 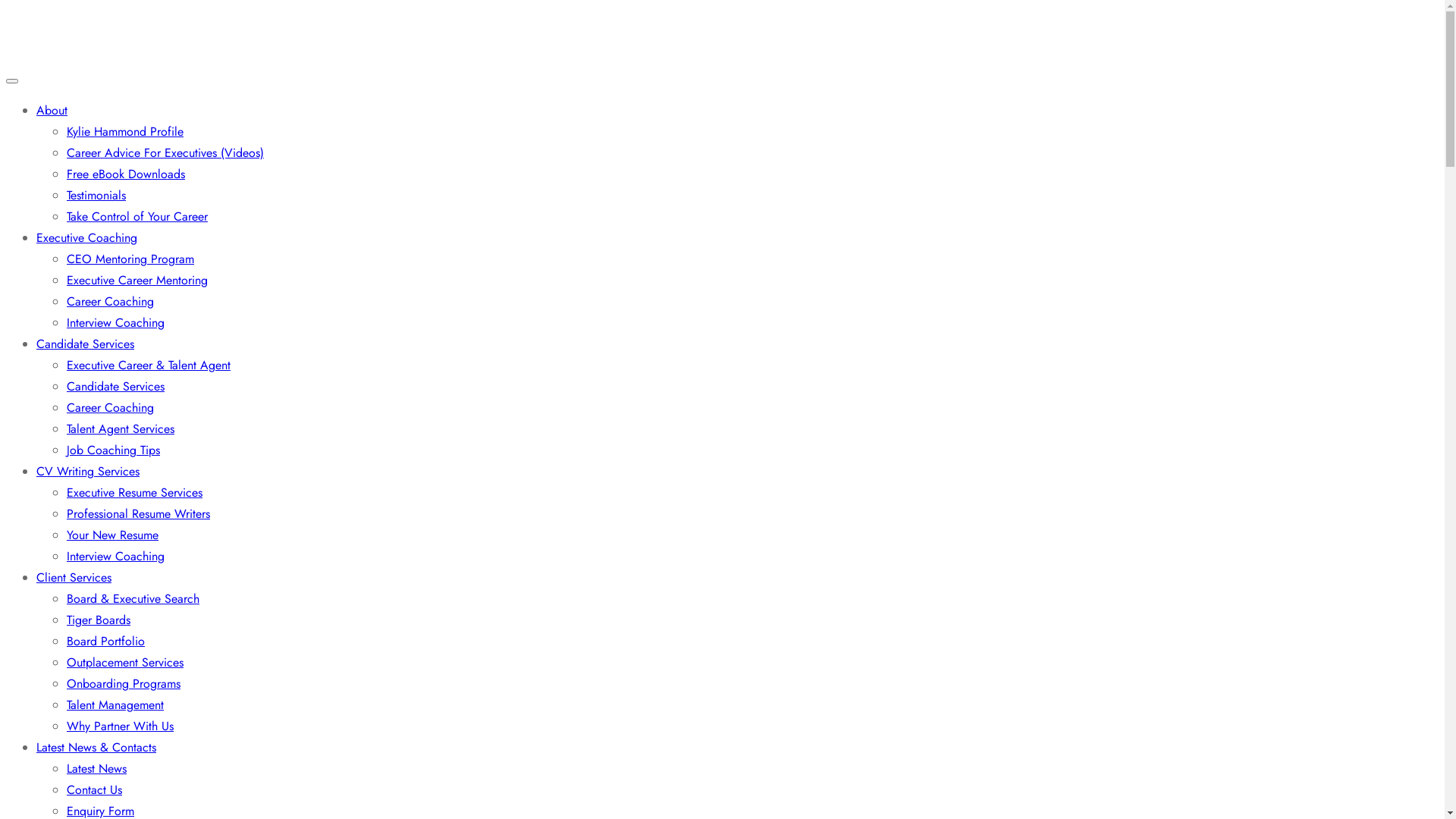 What do you see at coordinates (73, 577) in the screenshot?
I see `'Client Services'` at bounding box center [73, 577].